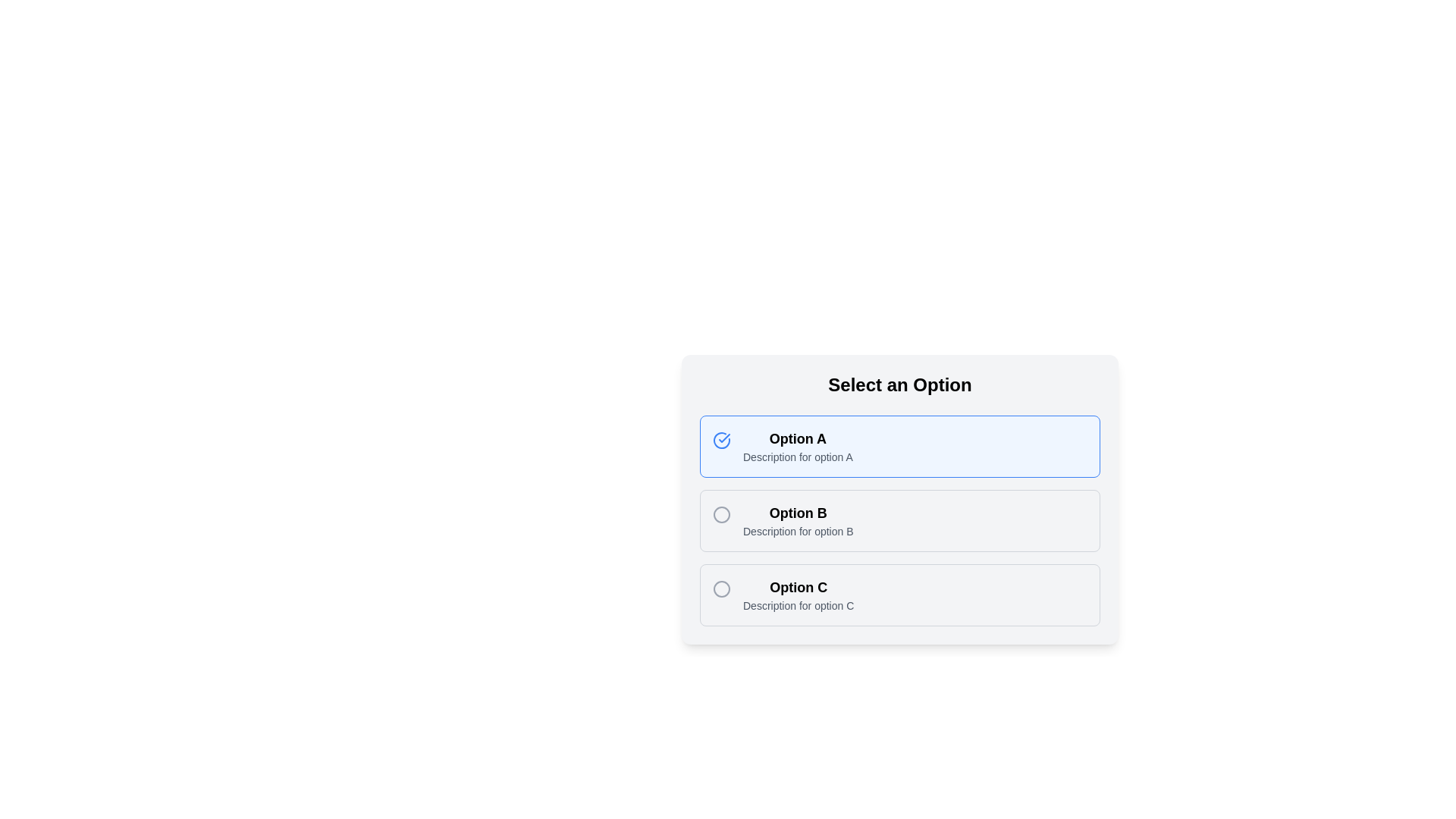 Image resolution: width=1456 pixels, height=819 pixels. Describe the element at coordinates (720, 587) in the screenshot. I see `the radio button for 'Option C', which is a circular icon with a gray border located to the left of the 'Option C' text` at that location.